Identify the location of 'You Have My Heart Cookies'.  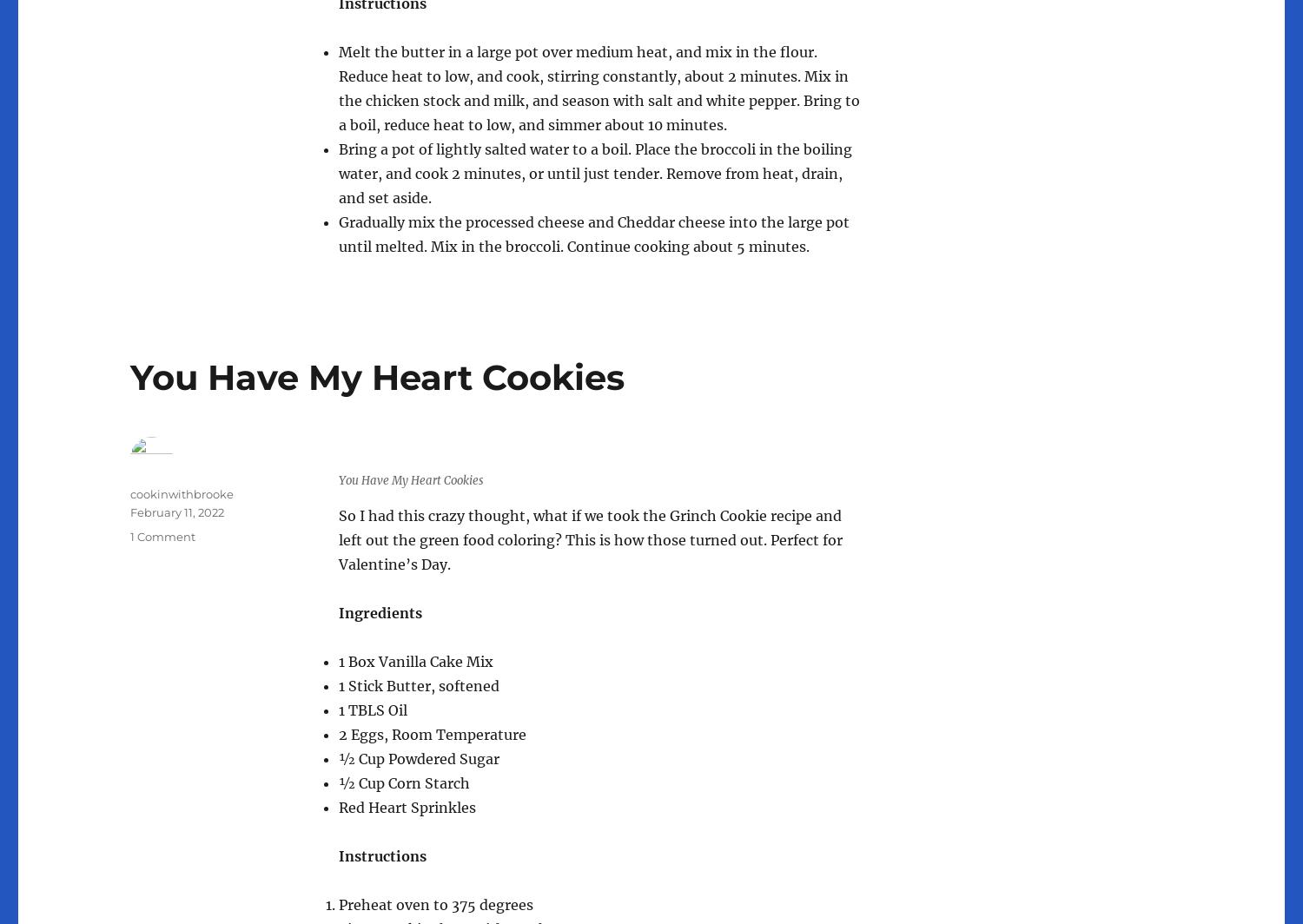
(377, 377).